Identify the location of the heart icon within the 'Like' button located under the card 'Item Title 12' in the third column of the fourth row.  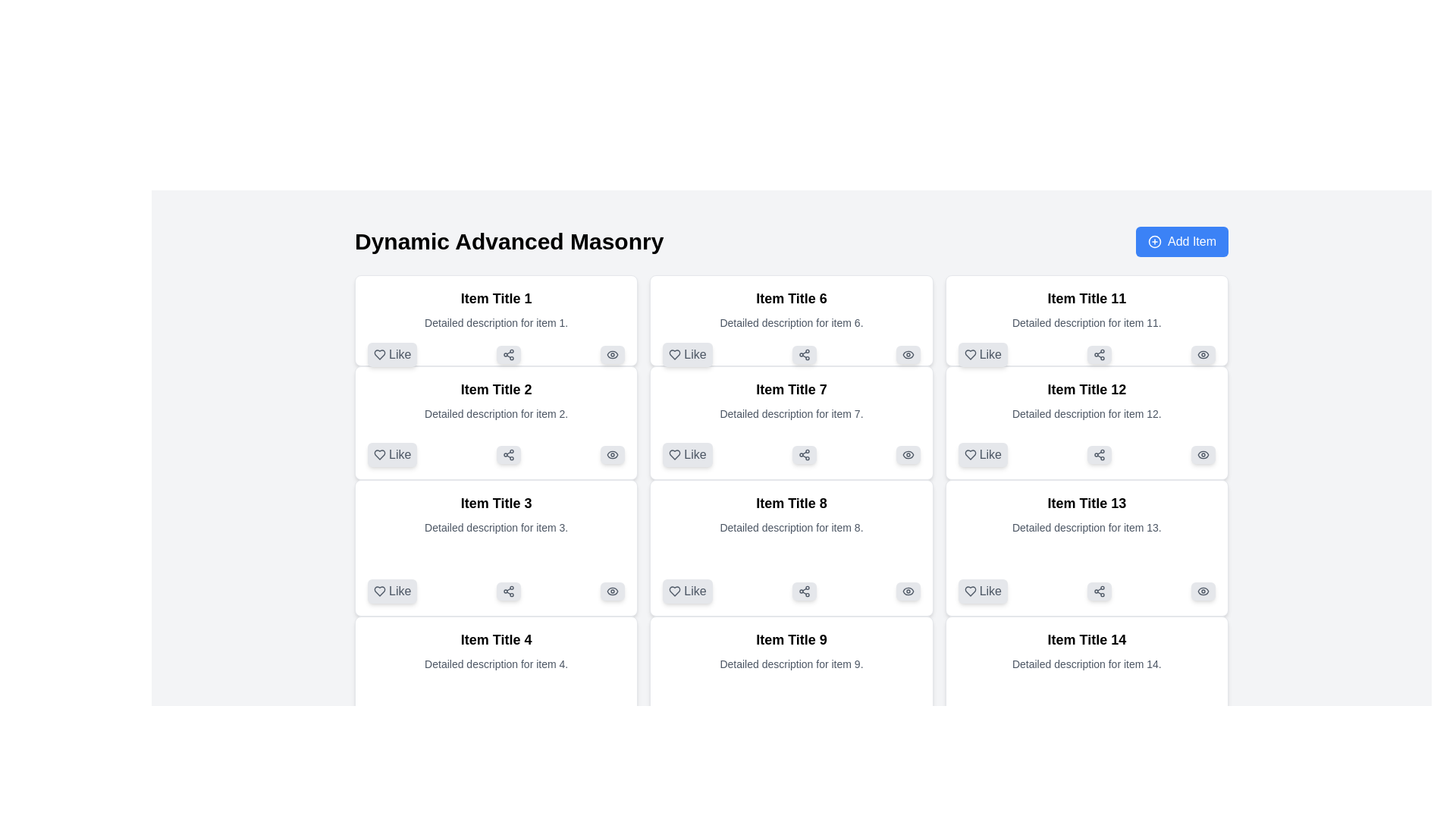
(969, 454).